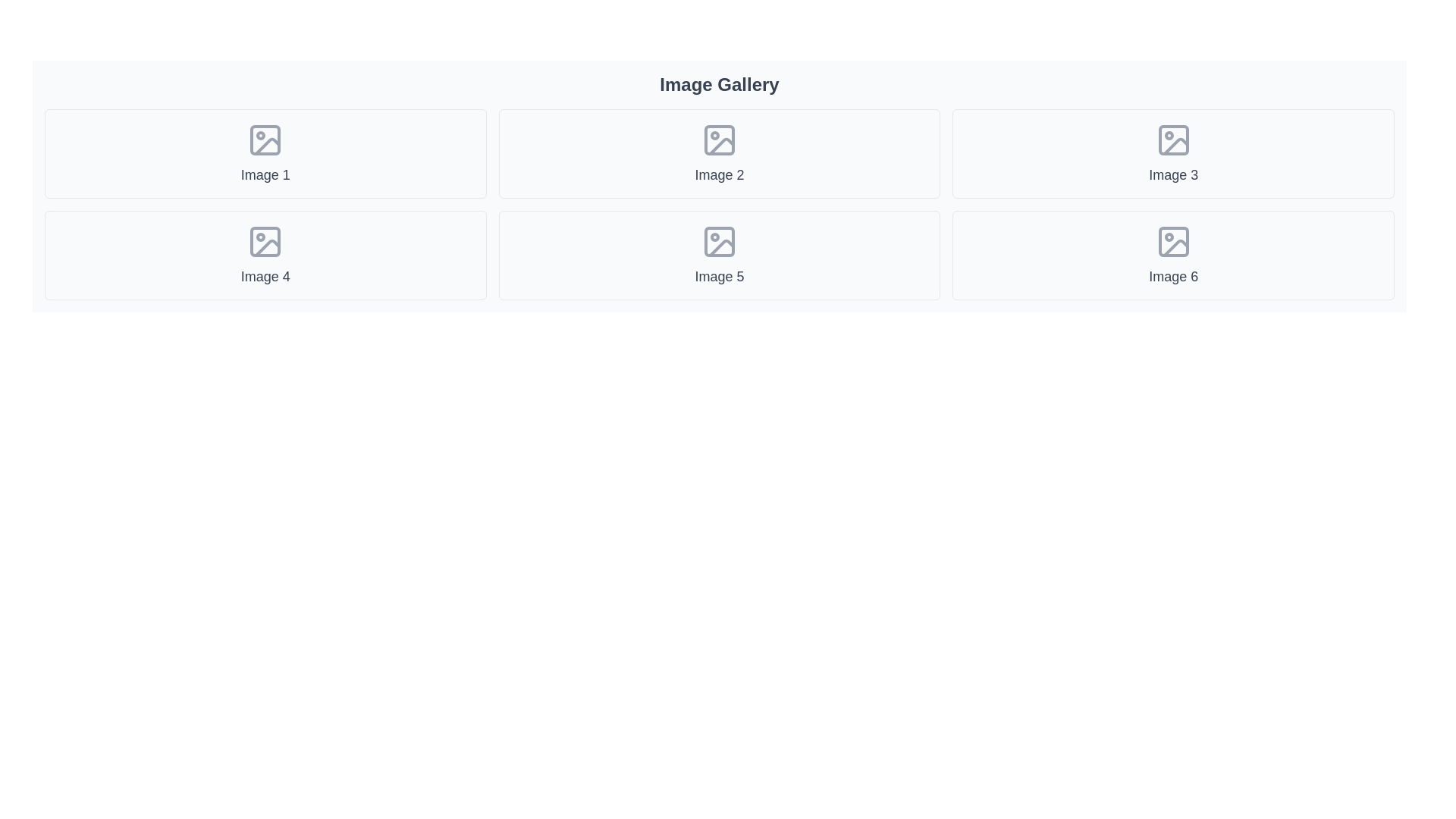 The image size is (1456, 819). I want to click on the Text Label element displaying 'Image 4', which is styled in large gray font and positioned below an icon placeholder in the second row, first column of a card layout, so click(265, 277).